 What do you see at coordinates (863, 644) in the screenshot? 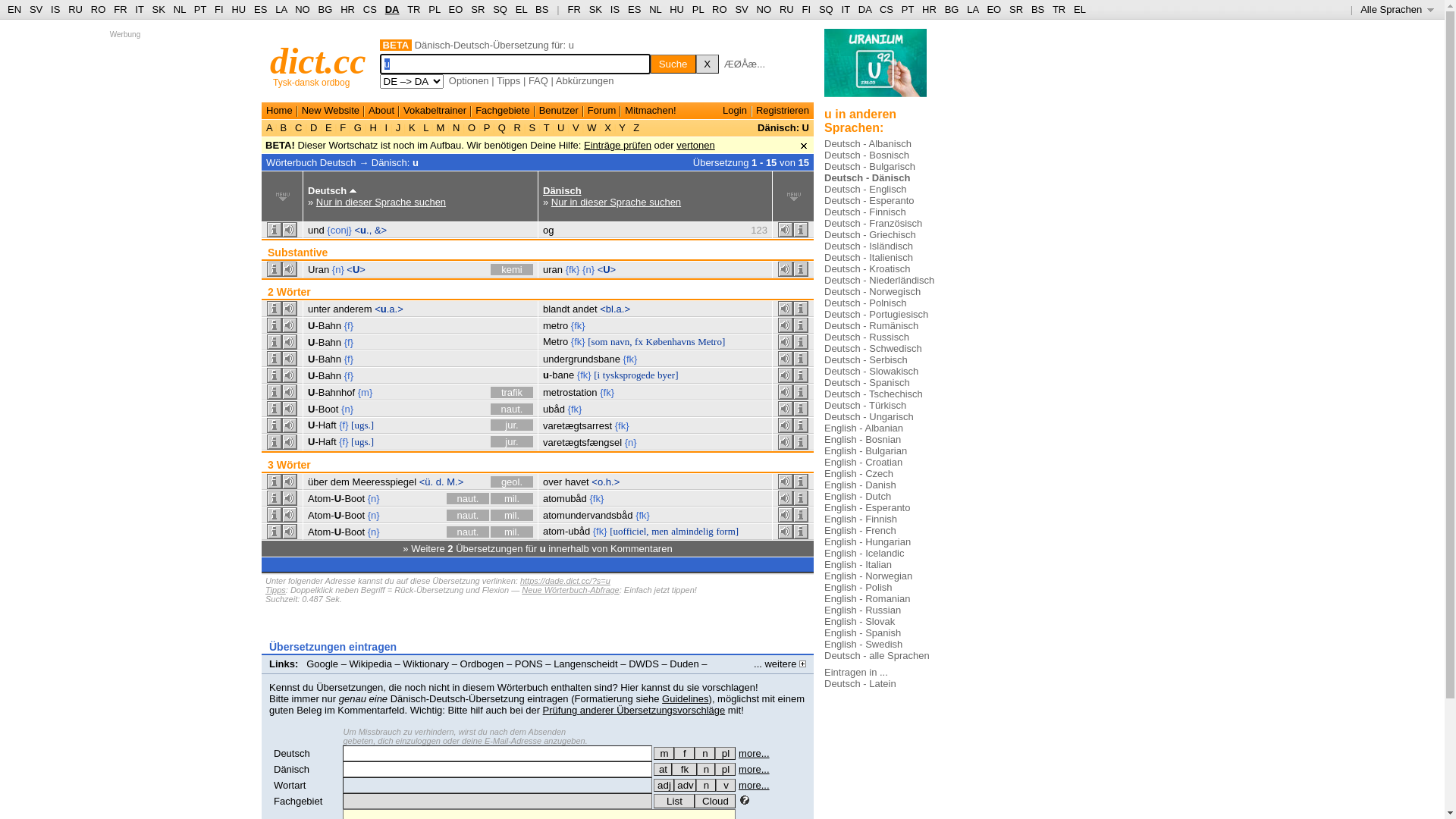
I see `'English - Swedish'` at bounding box center [863, 644].